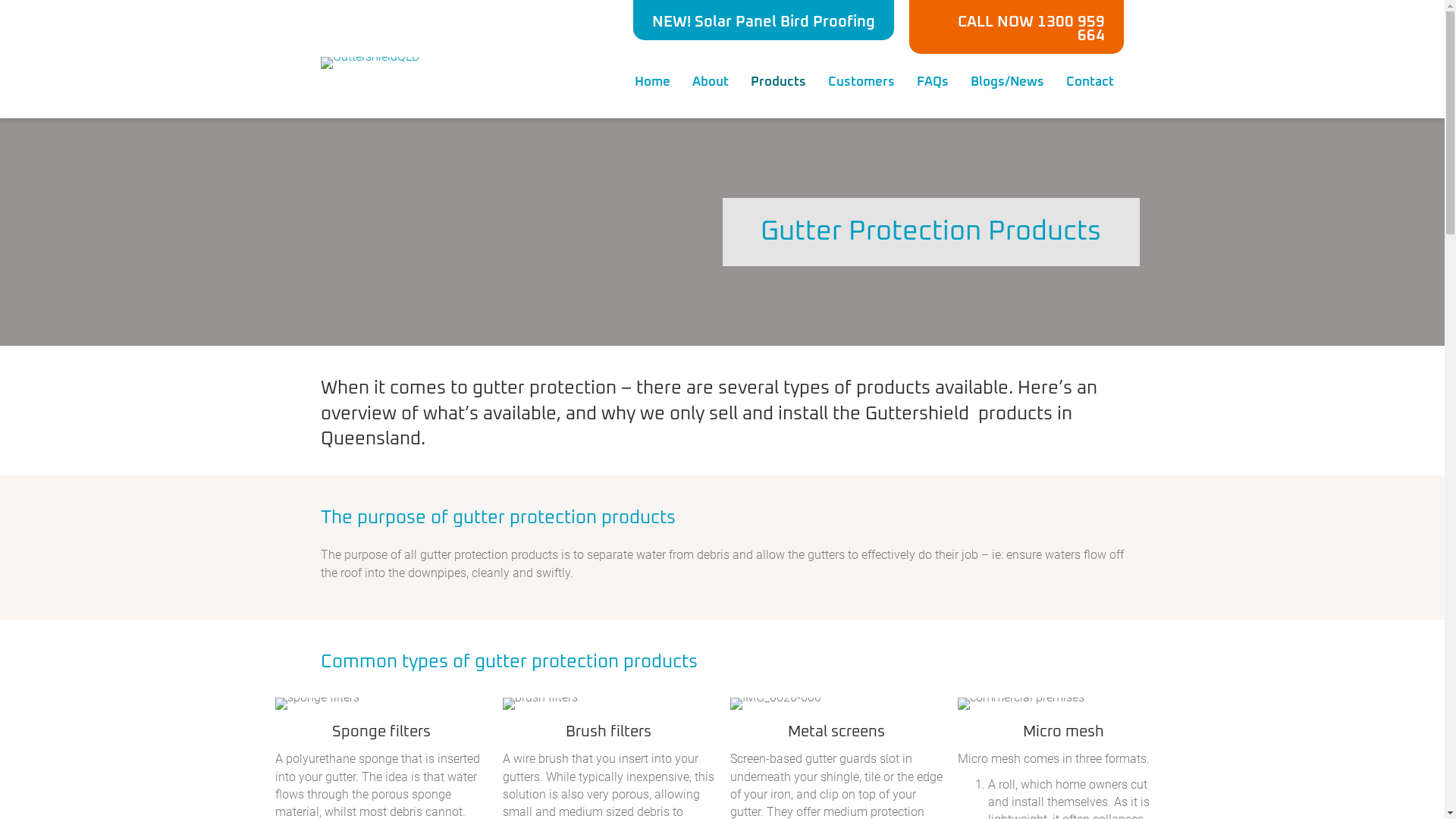 This screenshot has width=1456, height=819. Describe the element at coordinates (905, 82) in the screenshot. I see `'FAQs'` at that location.